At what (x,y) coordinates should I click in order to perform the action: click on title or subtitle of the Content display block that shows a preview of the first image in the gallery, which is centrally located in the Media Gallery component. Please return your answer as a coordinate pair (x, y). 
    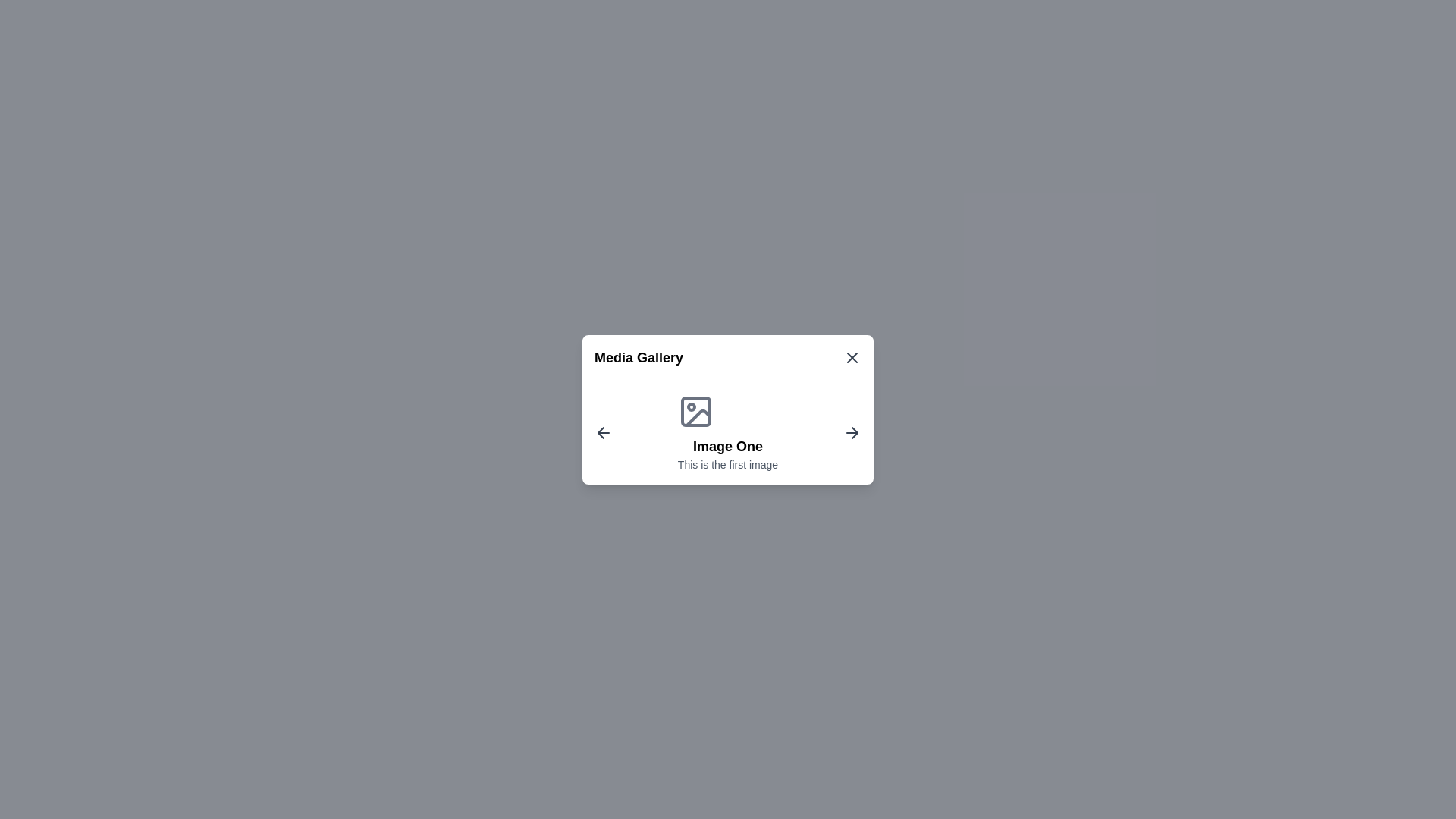
    Looking at the image, I should click on (728, 432).